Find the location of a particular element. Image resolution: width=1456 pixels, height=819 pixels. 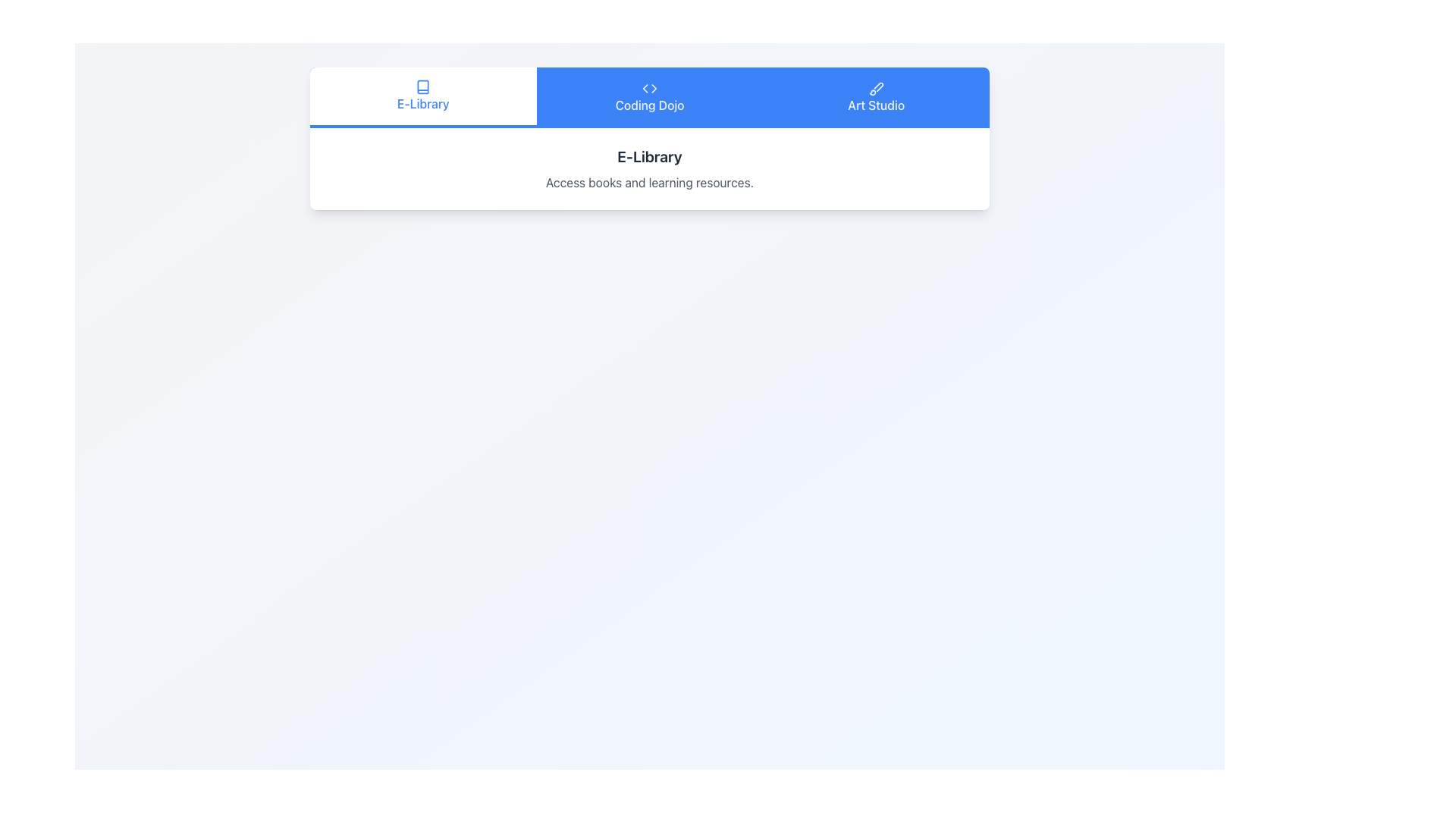

the 'Coding Dojo' icon in the navigation header, which symbolizes coding-related features, located above the 'Coding Dojo' text label is located at coordinates (650, 88).